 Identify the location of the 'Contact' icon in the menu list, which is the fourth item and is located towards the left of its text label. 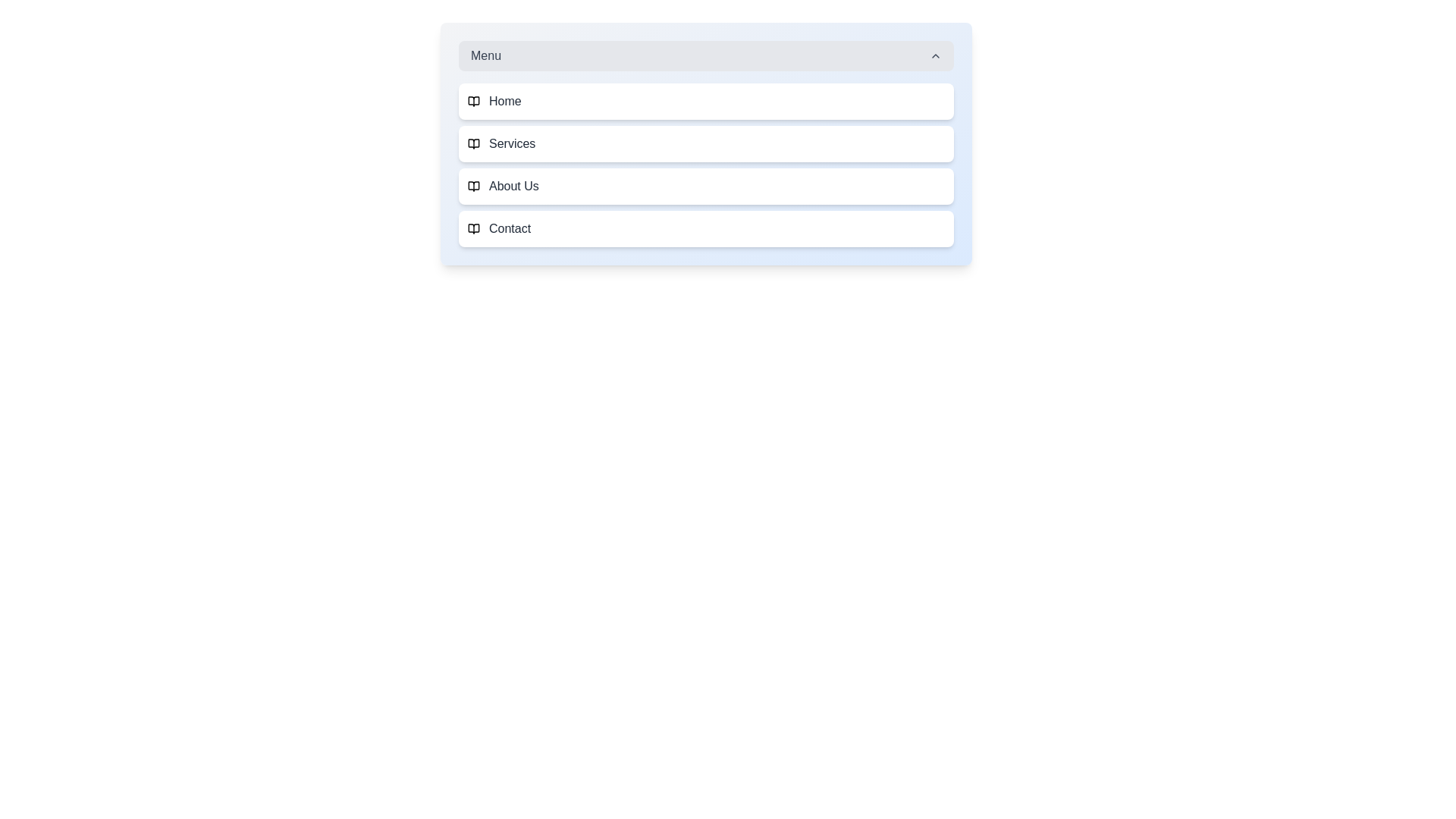
(472, 228).